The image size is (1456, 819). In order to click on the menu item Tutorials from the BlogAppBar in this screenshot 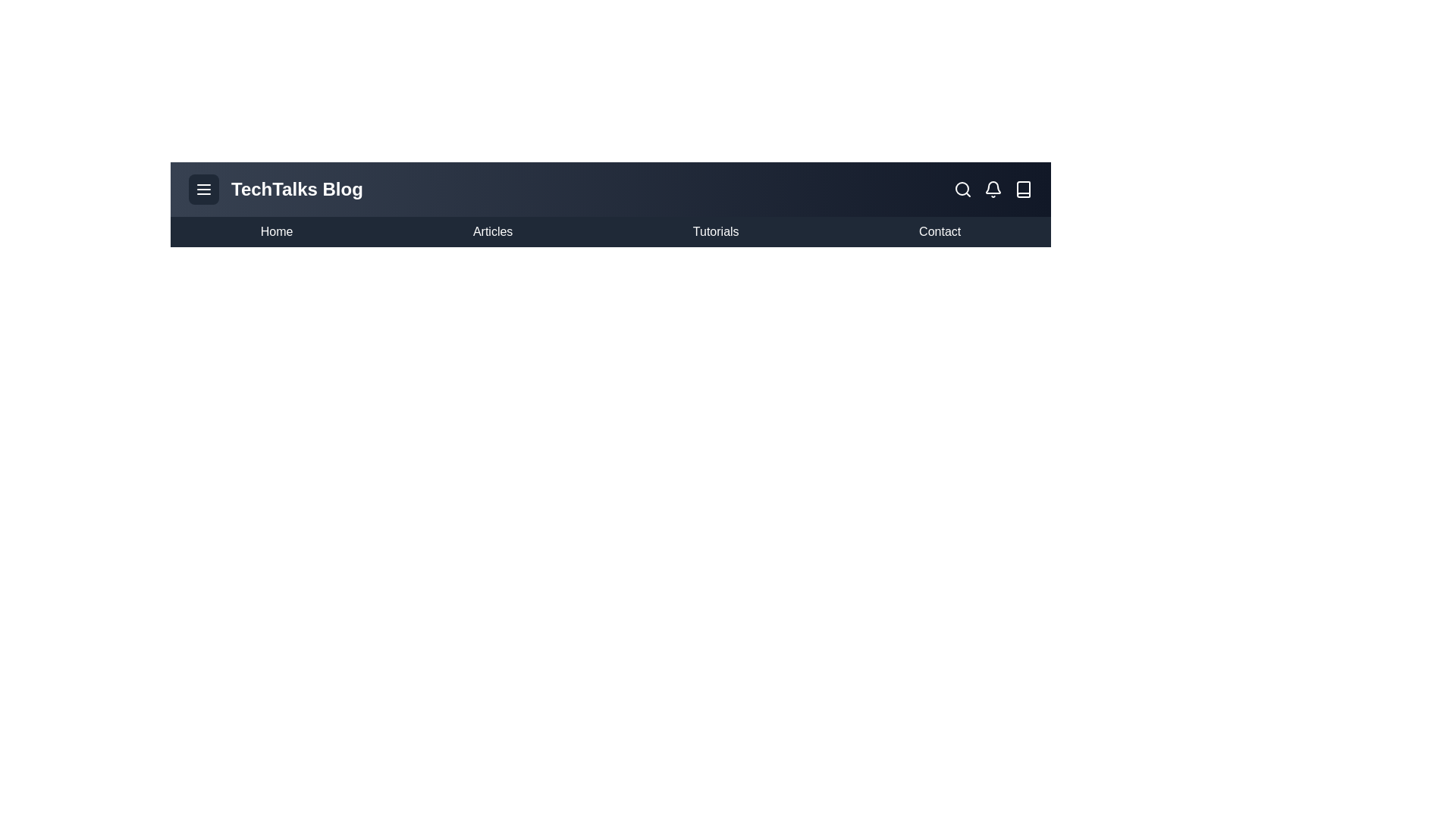, I will do `click(715, 231)`.